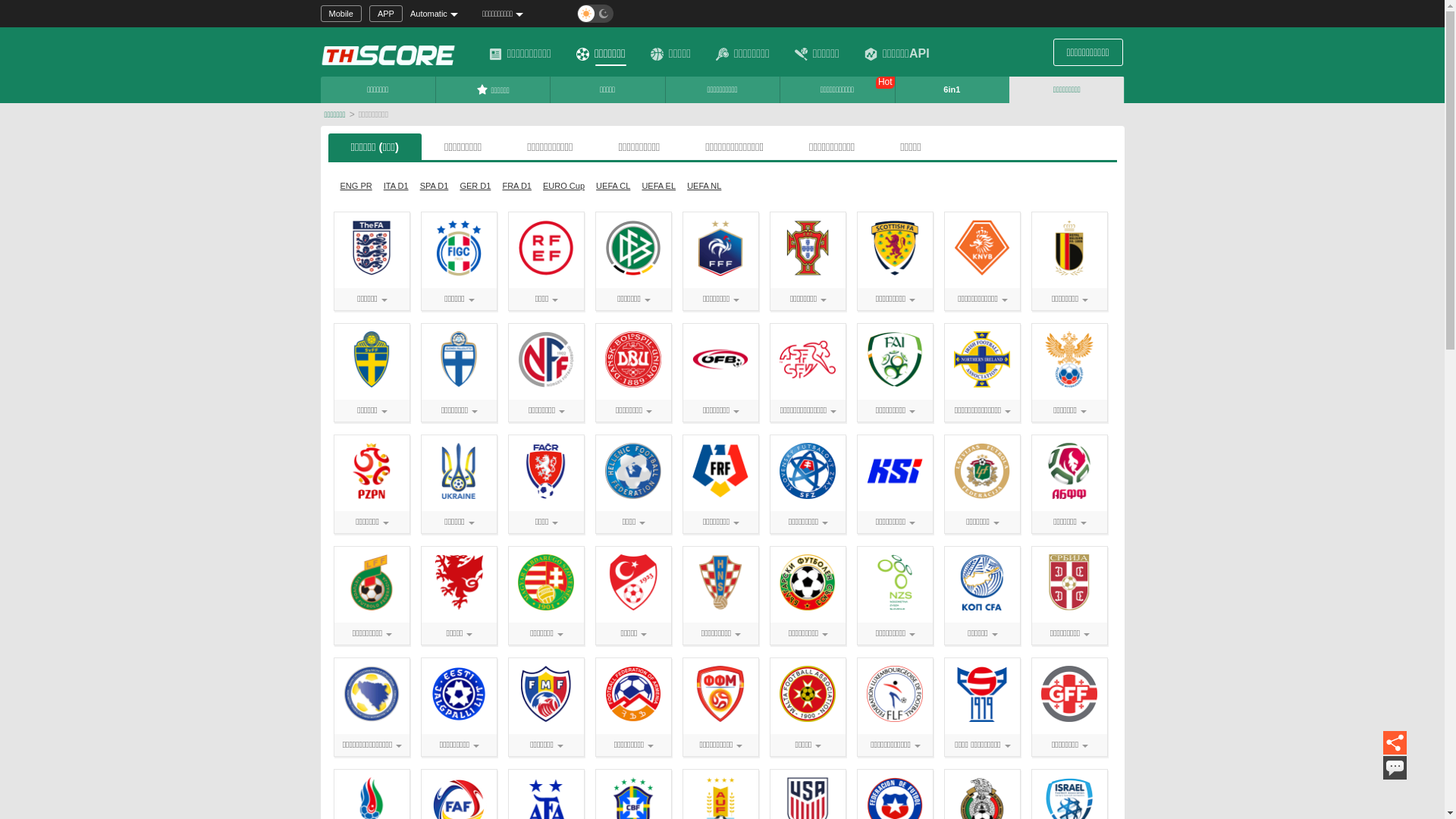 The image size is (1456, 819). I want to click on 'UEFA CL', so click(613, 185).